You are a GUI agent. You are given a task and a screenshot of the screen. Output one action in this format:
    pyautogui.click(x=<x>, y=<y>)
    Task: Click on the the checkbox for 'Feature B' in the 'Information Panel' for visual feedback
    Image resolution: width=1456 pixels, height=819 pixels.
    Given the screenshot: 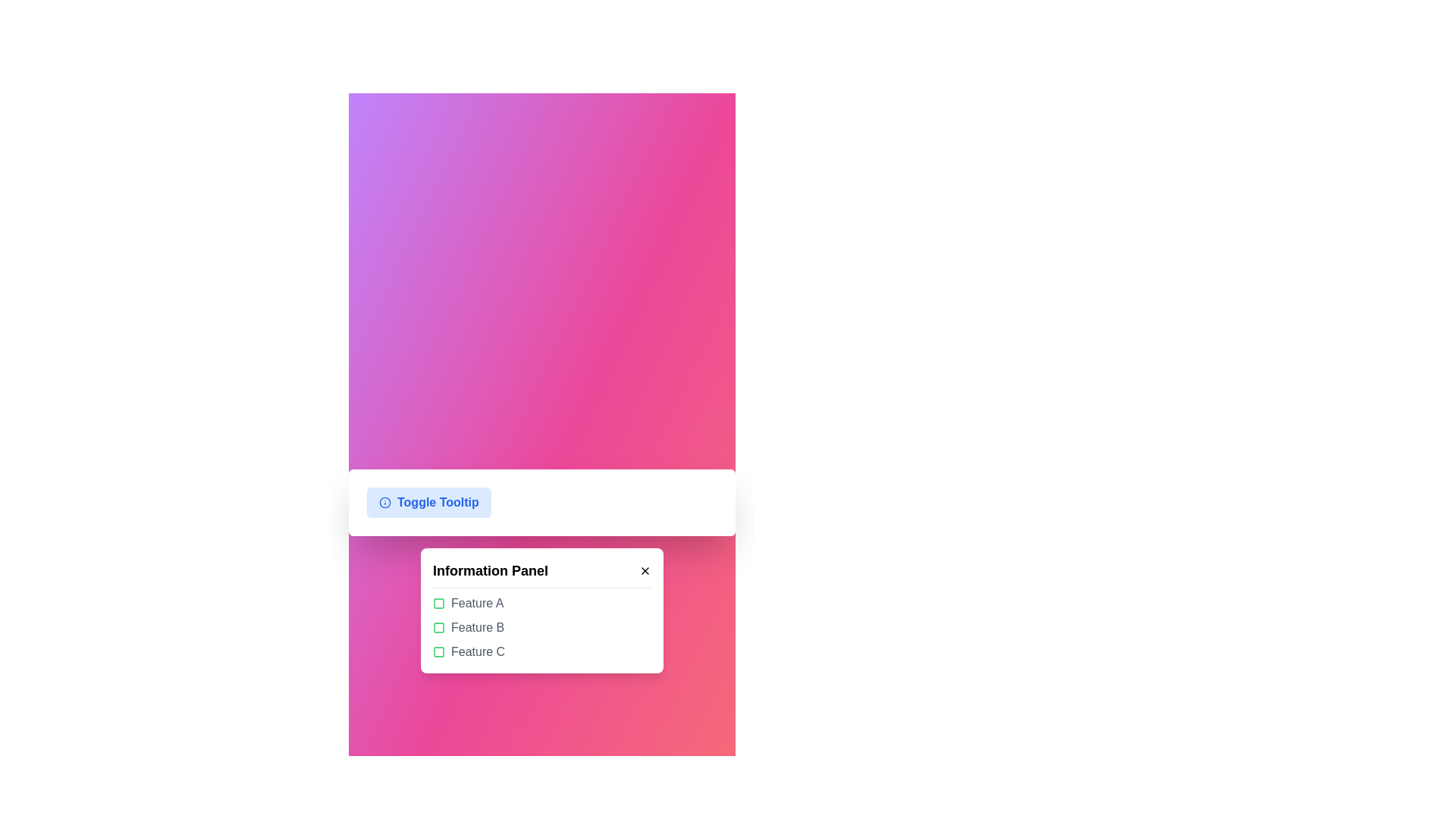 What is the action you would take?
    pyautogui.click(x=438, y=628)
    